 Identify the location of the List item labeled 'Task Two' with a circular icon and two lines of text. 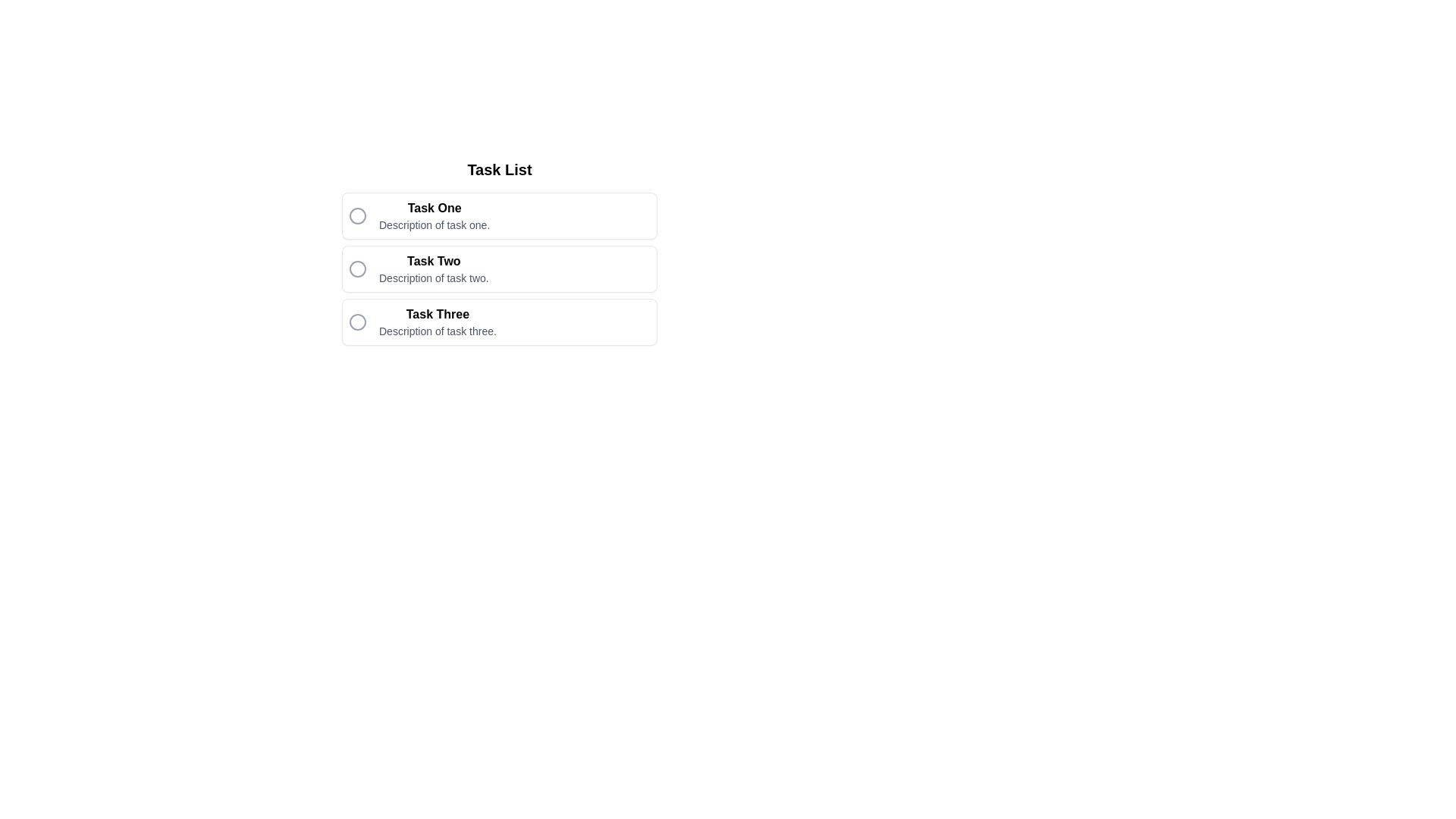
(499, 251).